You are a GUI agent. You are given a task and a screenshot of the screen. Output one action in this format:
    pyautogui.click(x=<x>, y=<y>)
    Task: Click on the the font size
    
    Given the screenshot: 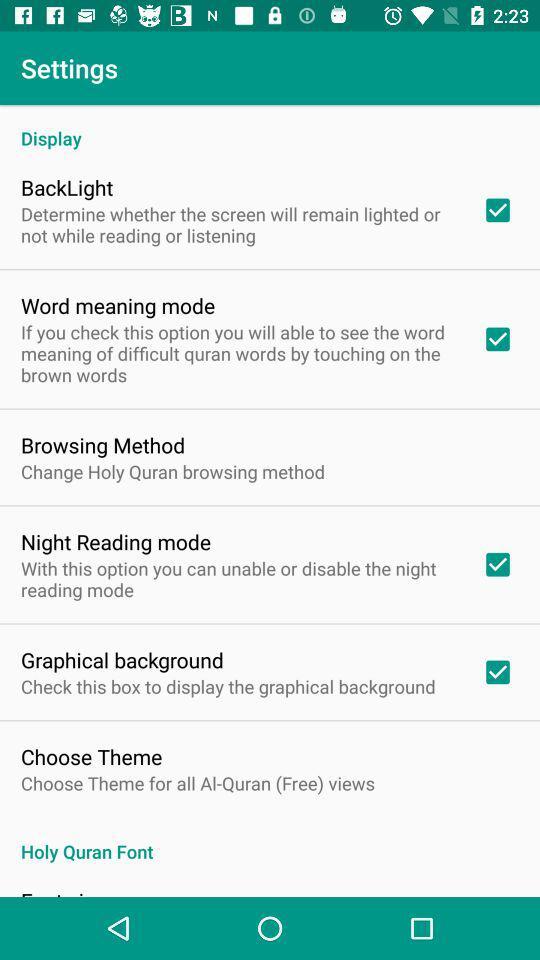 What is the action you would take?
    pyautogui.click(x=63, y=890)
    